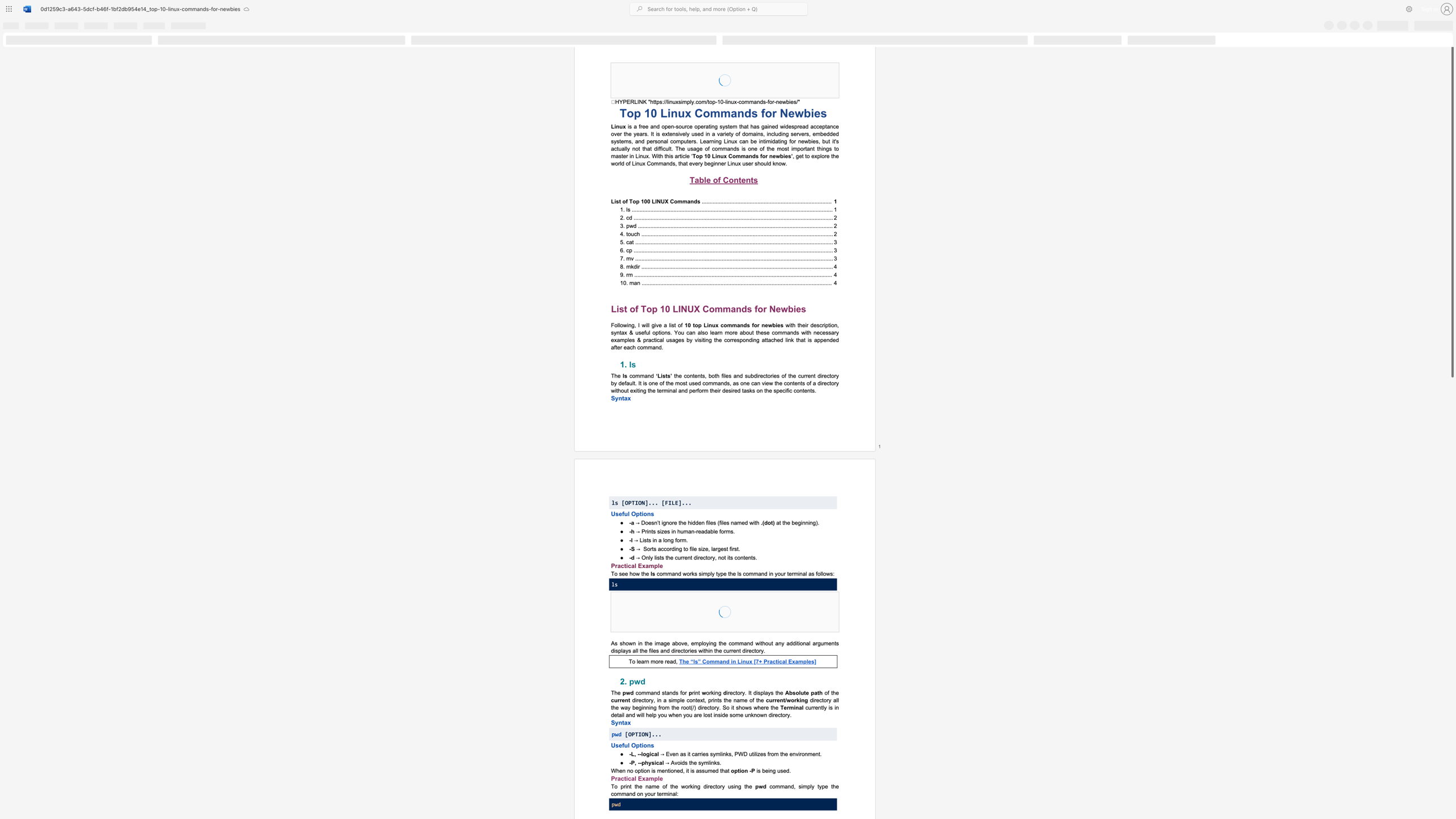 The height and width of the screenshot is (819, 1456). I want to click on the scrollbar to move the view down, so click(1451, 781).